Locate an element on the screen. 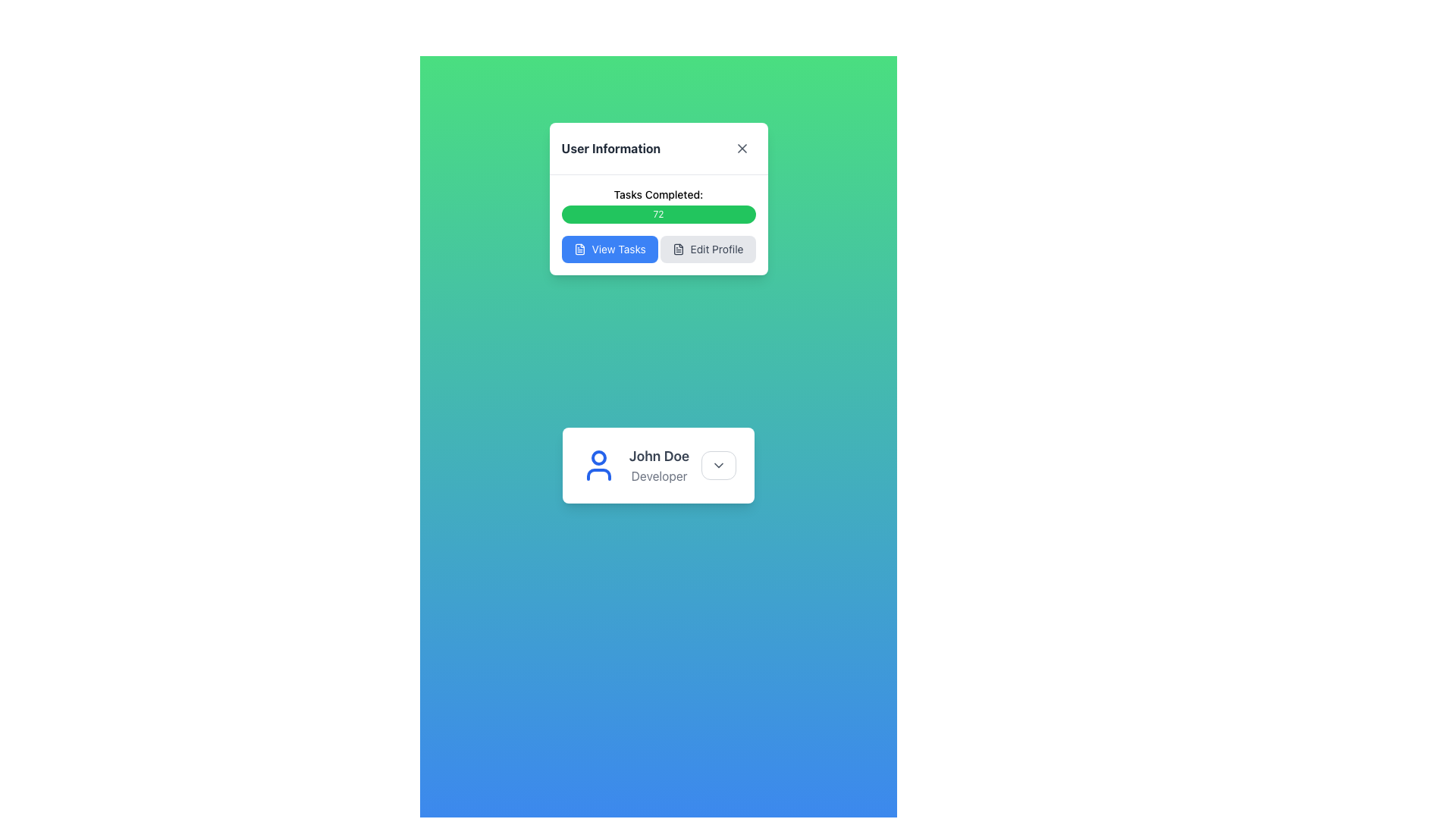 This screenshot has width=1456, height=819. the rectangular button with a white background and gray border, featuring a vertical downward-pointing chevron icon is located at coordinates (718, 464).